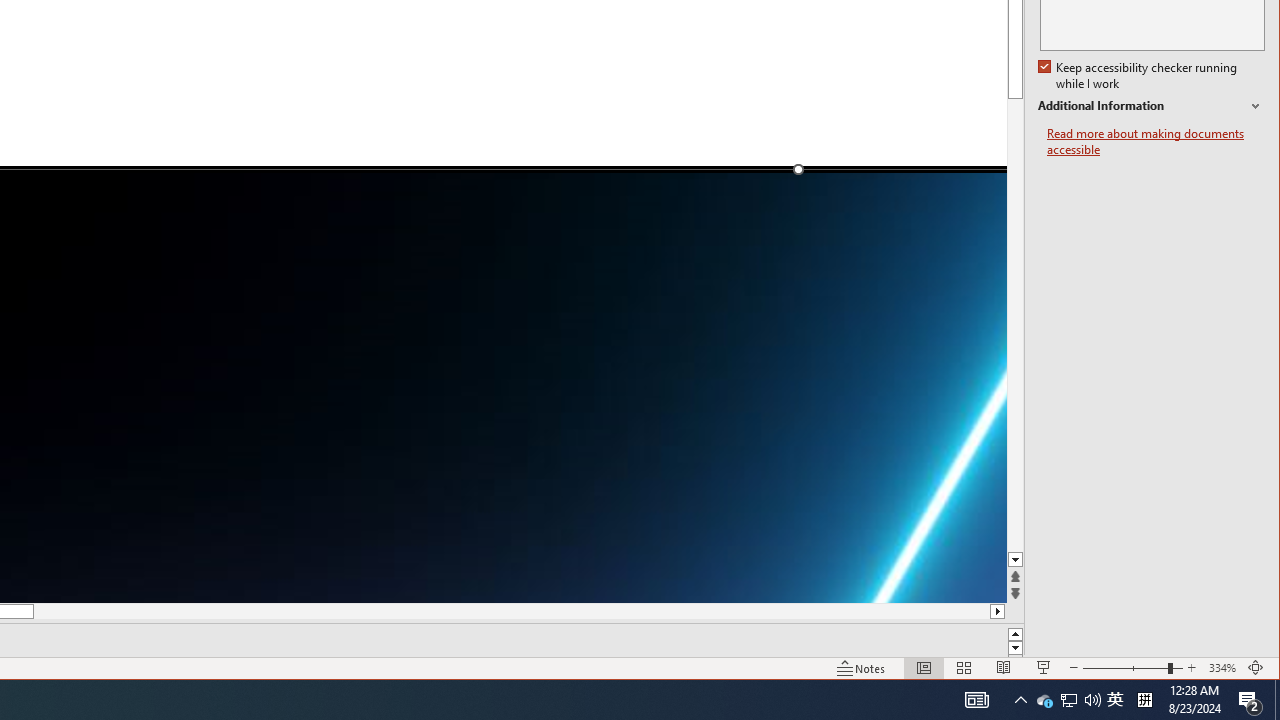 This screenshot has height=720, width=1280. What do you see at coordinates (1276, 698) in the screenshot?
I see `'Show desktop'` at bounding box center [1276, 698].